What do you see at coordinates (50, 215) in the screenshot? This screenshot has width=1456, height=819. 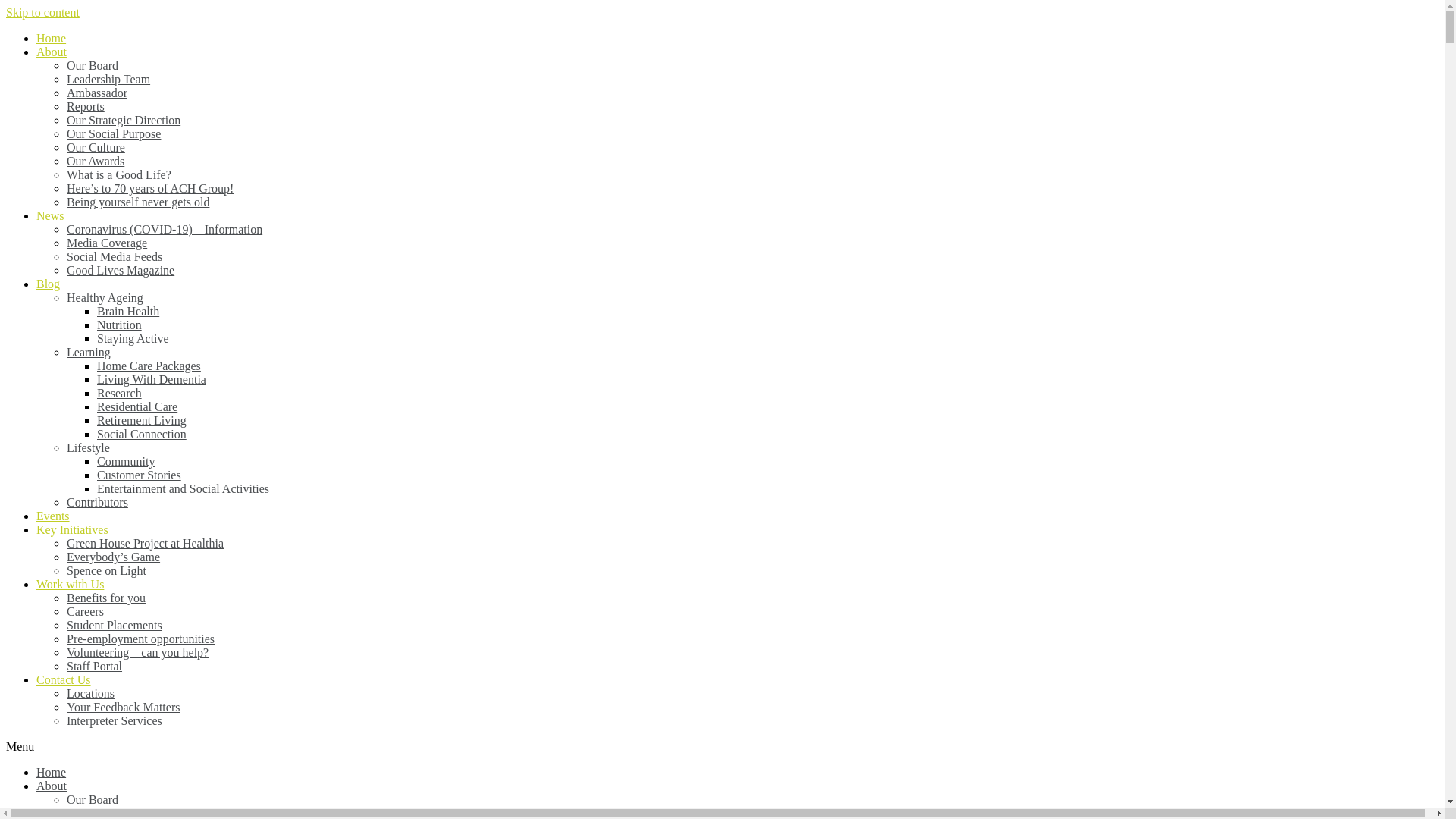 I see `'News'` at bounding box center [50, 215].